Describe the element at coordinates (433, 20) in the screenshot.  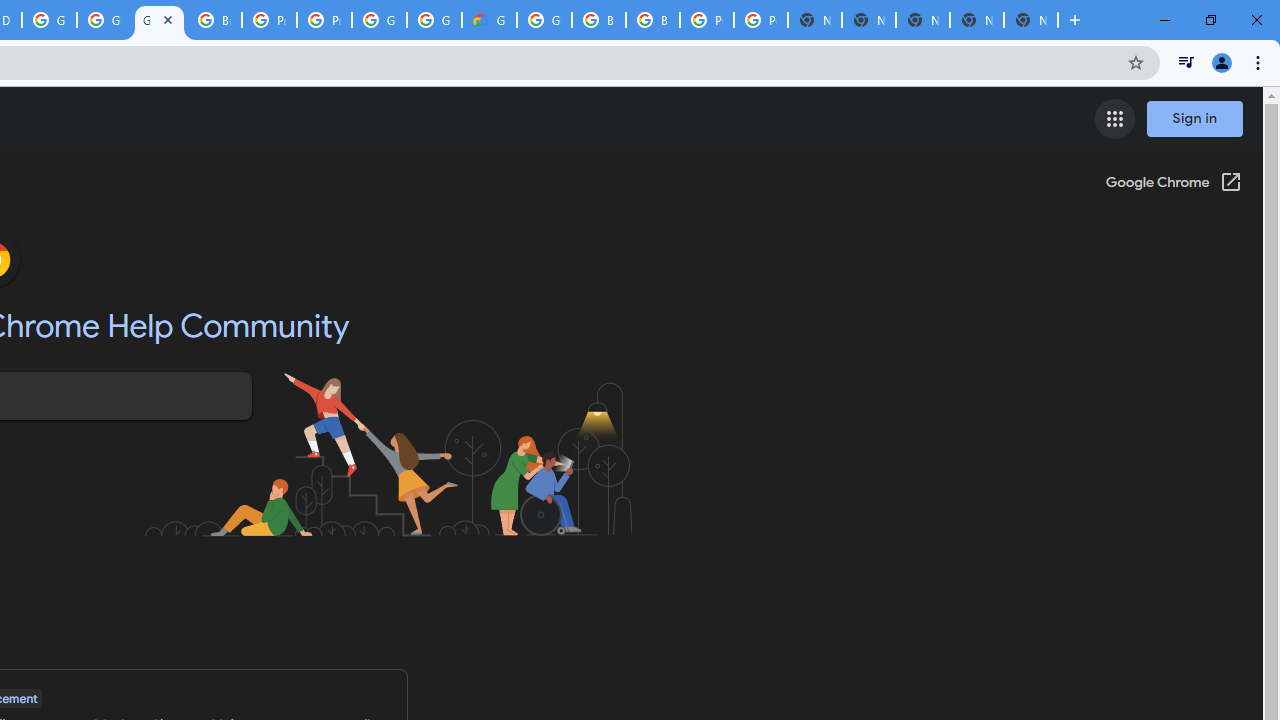
I see `'Google Cloud Platform'` at that location.